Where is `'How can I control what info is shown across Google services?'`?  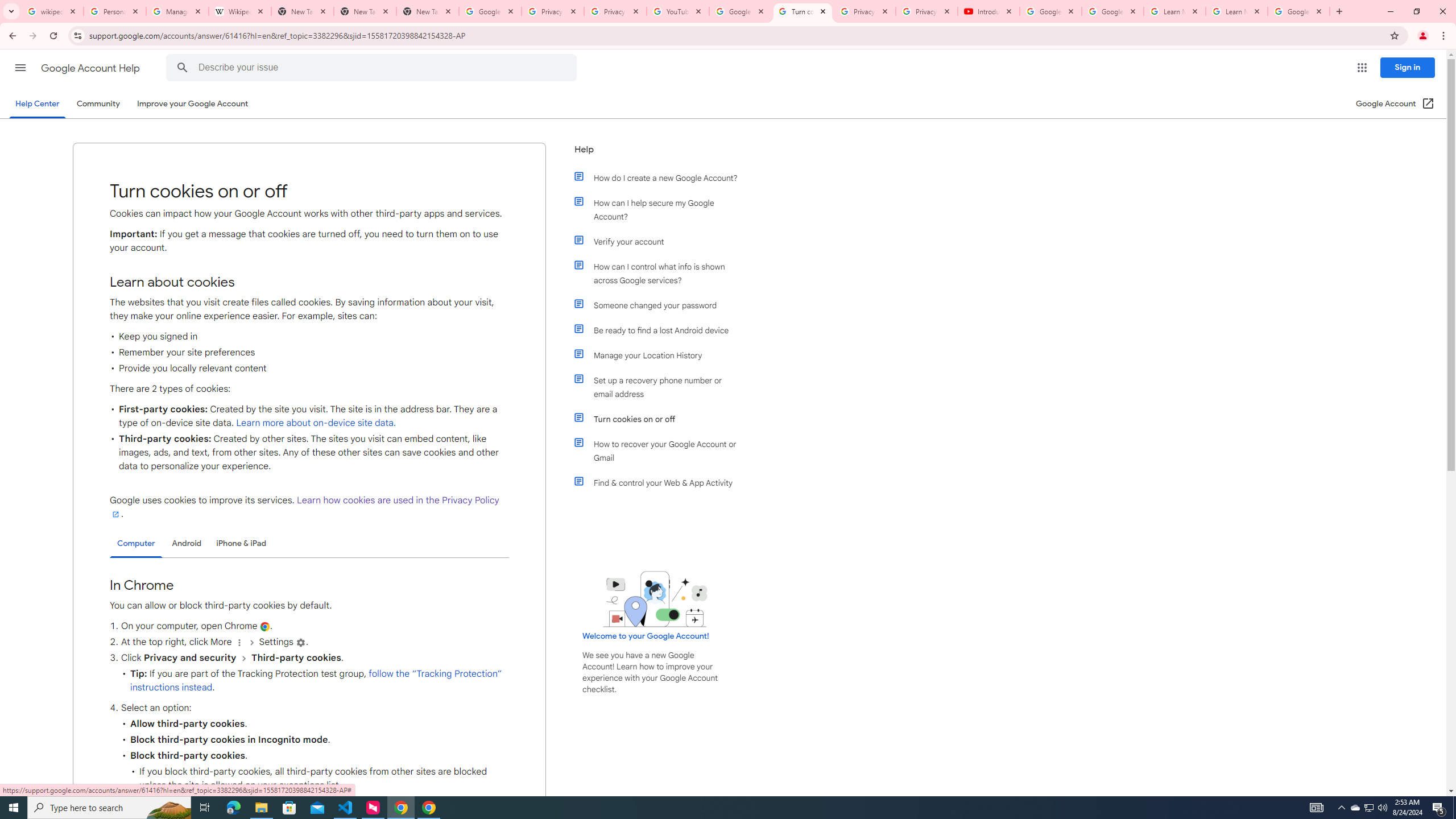
'How can I control what info is shown across Google services?' is located at coordinates (661, 272).